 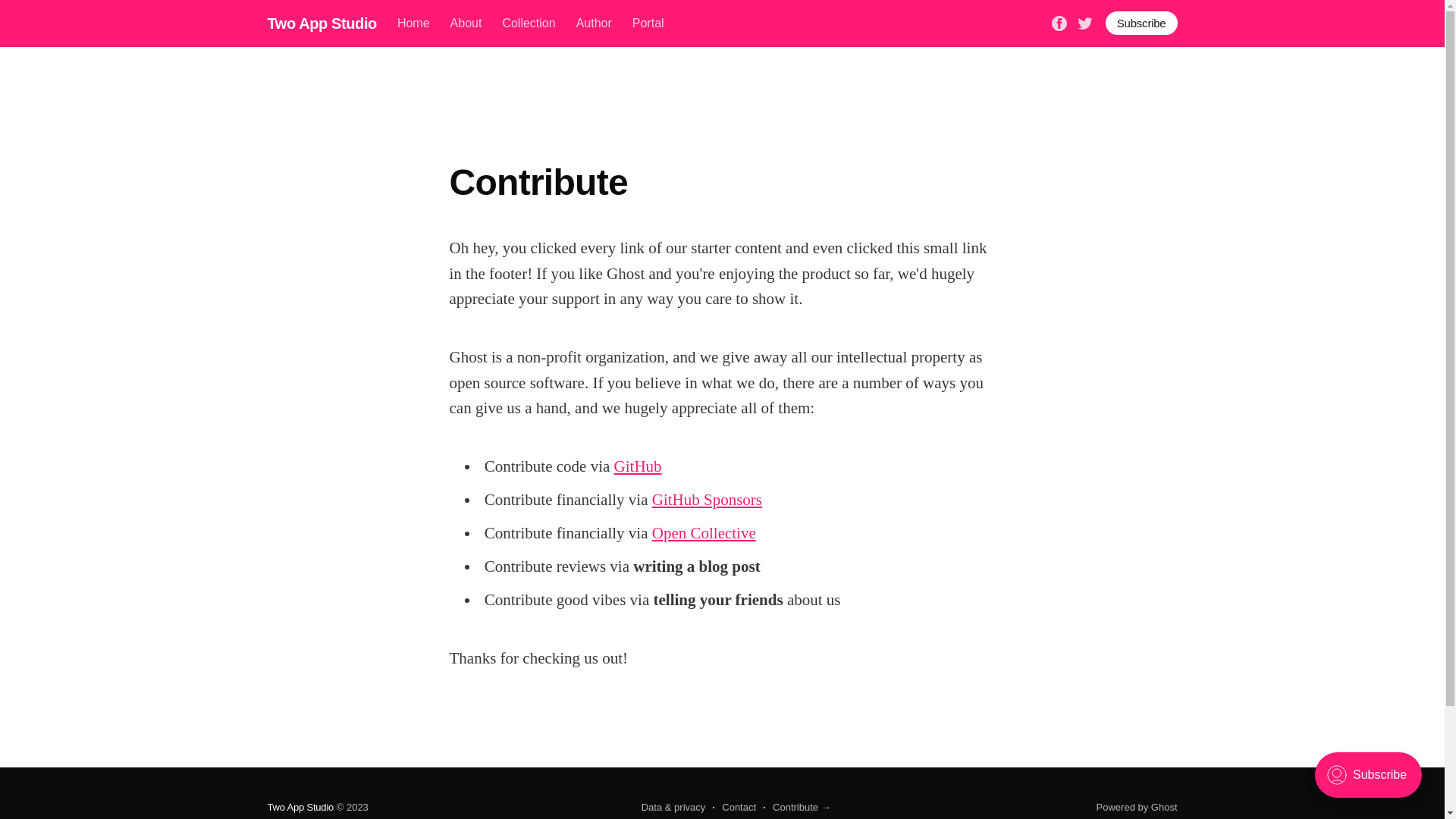 What do you see at coordinates (673, 806) in the screenshot?
I see `'Data & privacy'` at bounding box center [673, 806].